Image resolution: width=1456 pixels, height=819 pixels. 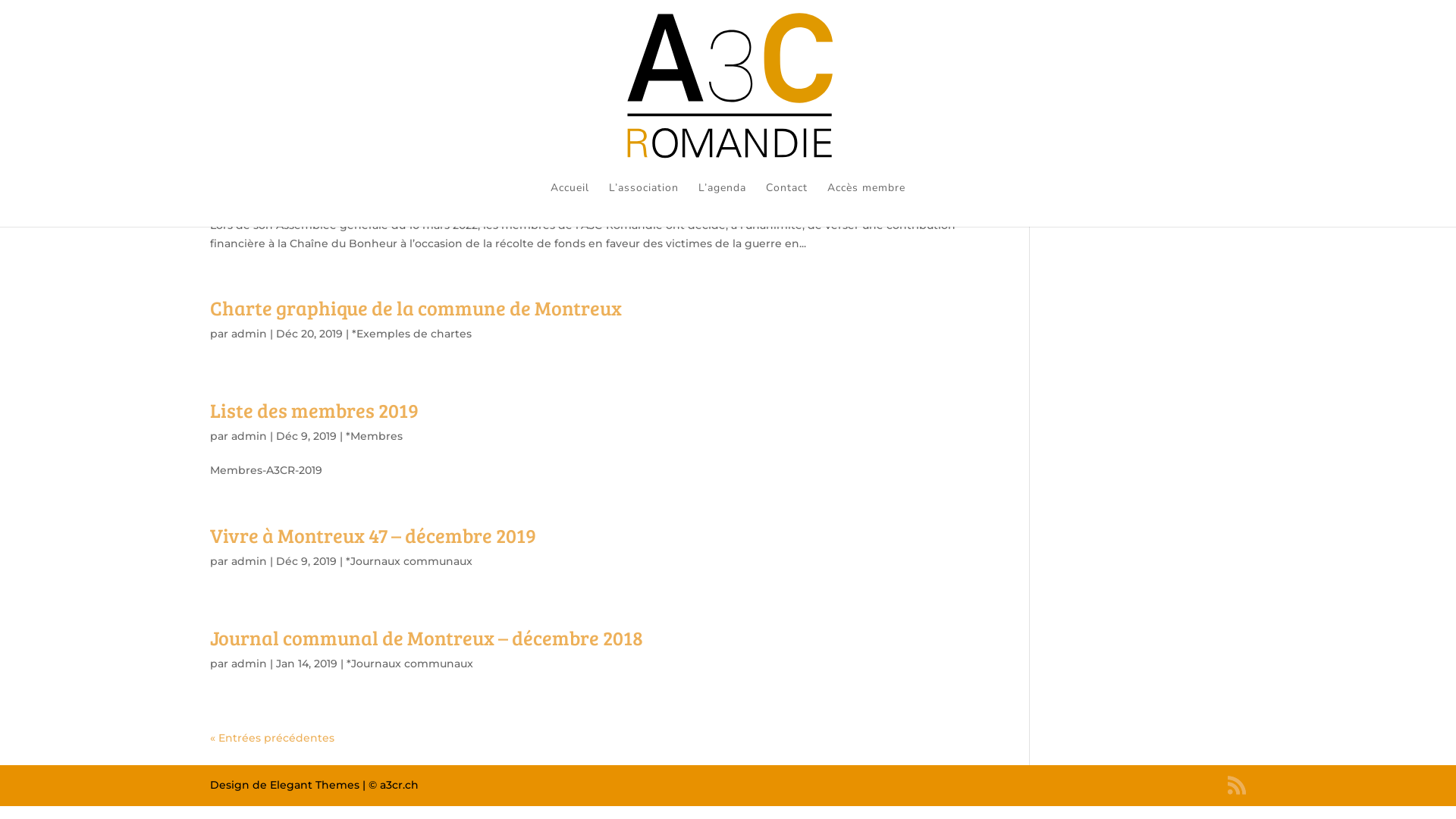 I want to click on 'Charte graphique de la commune de Montreux', so click(x=209, y=307).